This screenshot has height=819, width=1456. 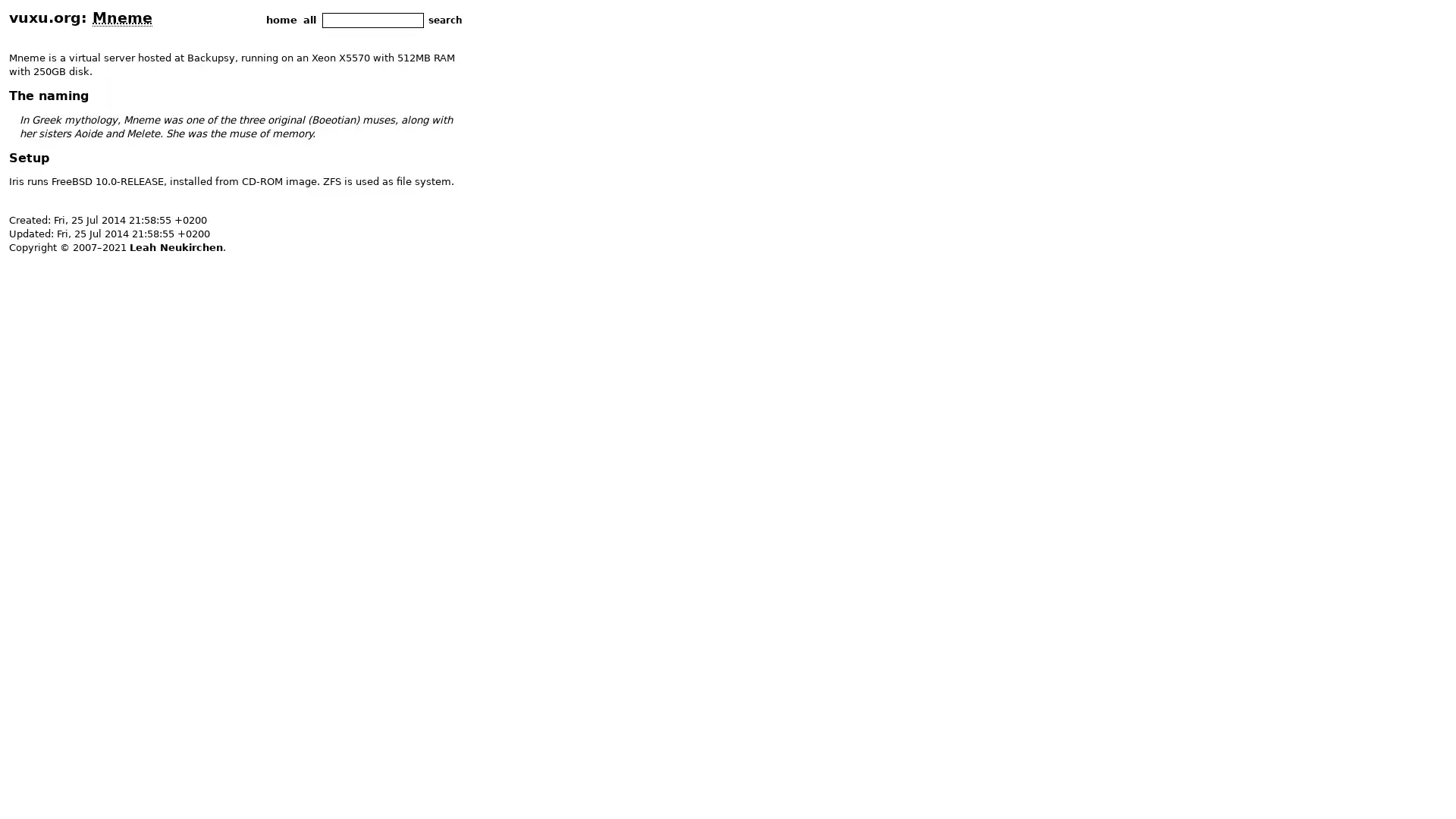 I want to click on search, so click(x=444, y=20).